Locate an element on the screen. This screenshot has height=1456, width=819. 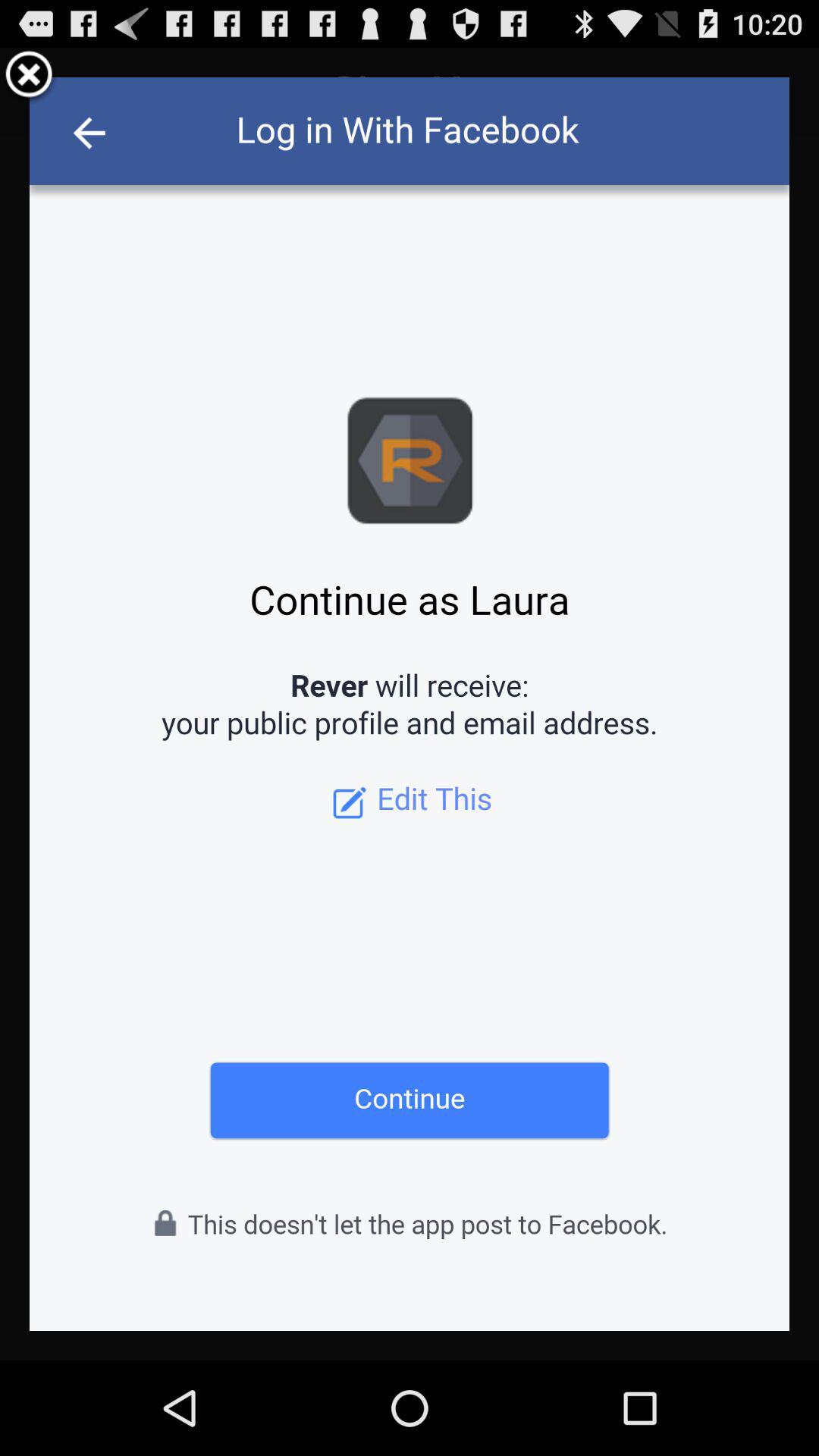
close is located at coordinates (29, 76).